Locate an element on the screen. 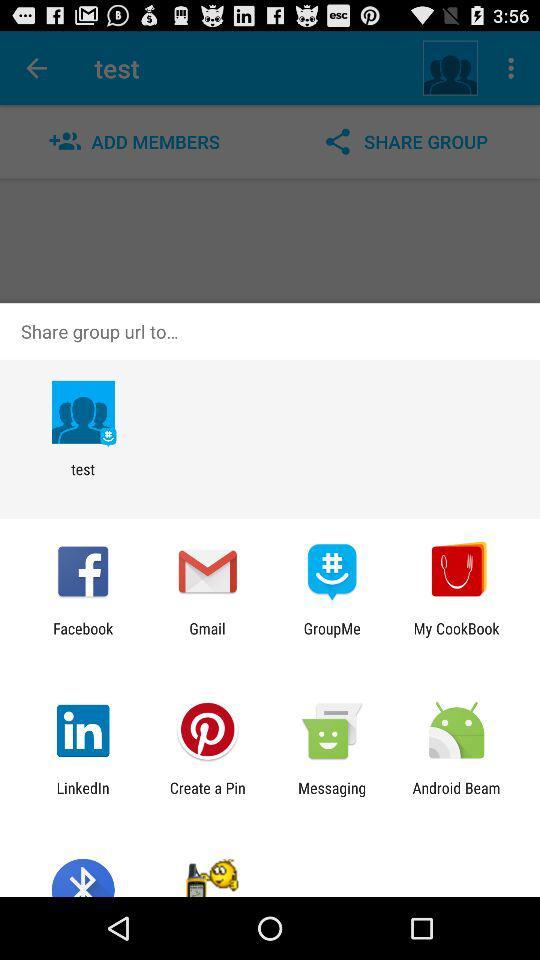 Image resolution: width=540 pixels, height=960 pixels. the icon next to the groupme is located at coordinates (456, 636).